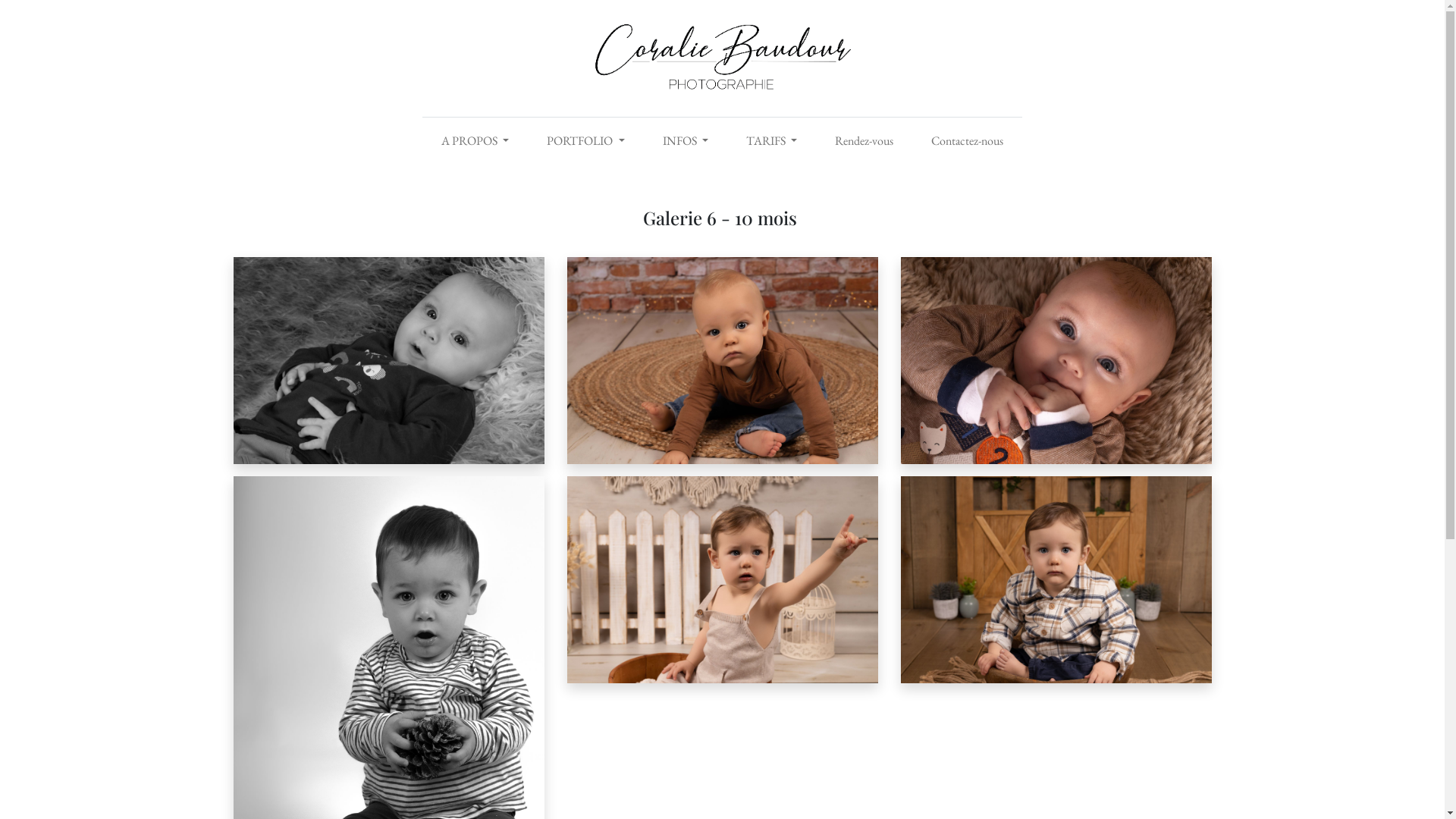 The image size is (1456, 819). I want to click on 'INFOS', so click(643, 140).